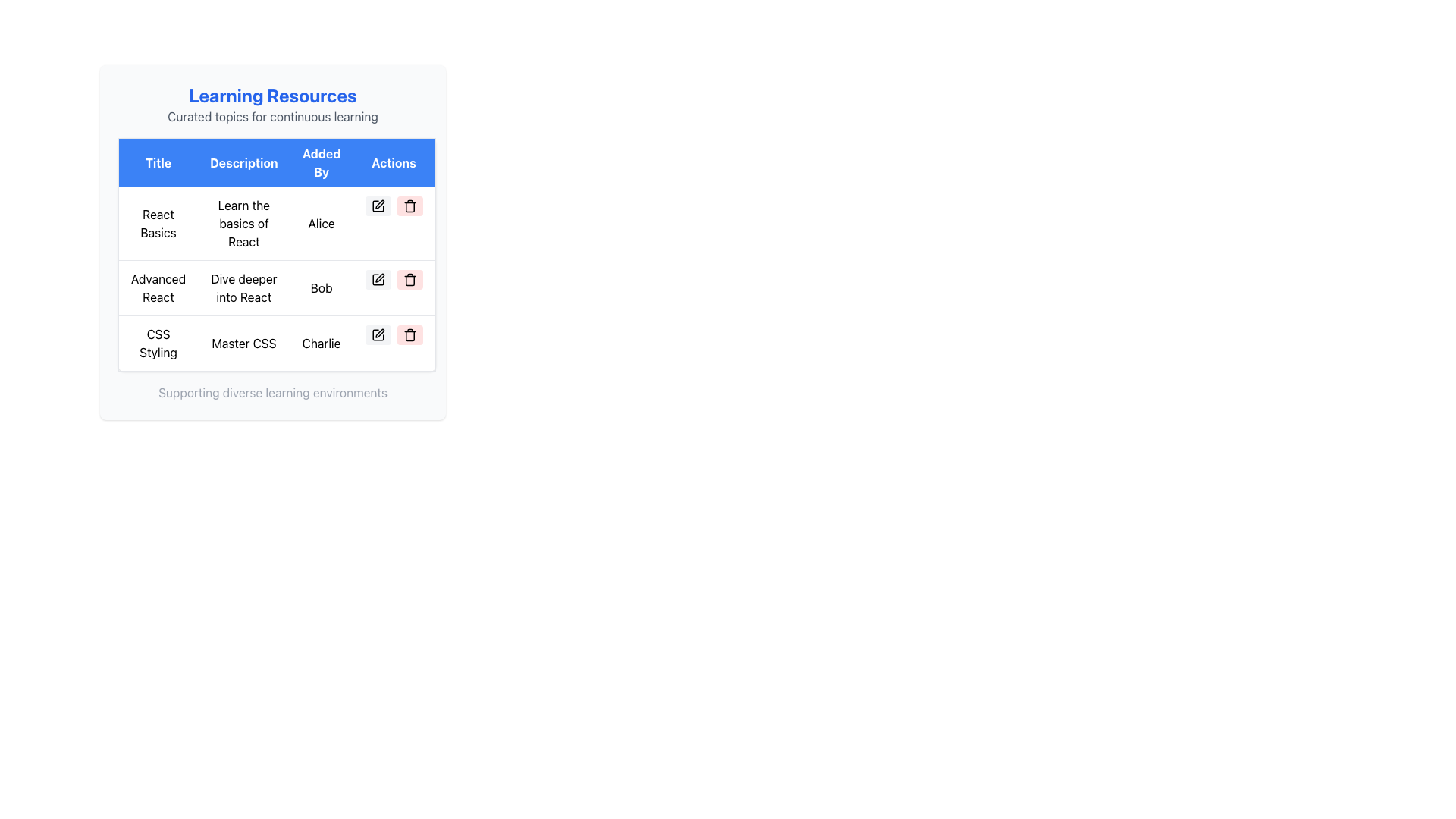  Describe the element at coordinates (378, 334) in the screenshot. I see `the minimalistic icon with rounded edges within the SVG element located in the 'Actions' column of the third row in the Learning Resources table` at that location.